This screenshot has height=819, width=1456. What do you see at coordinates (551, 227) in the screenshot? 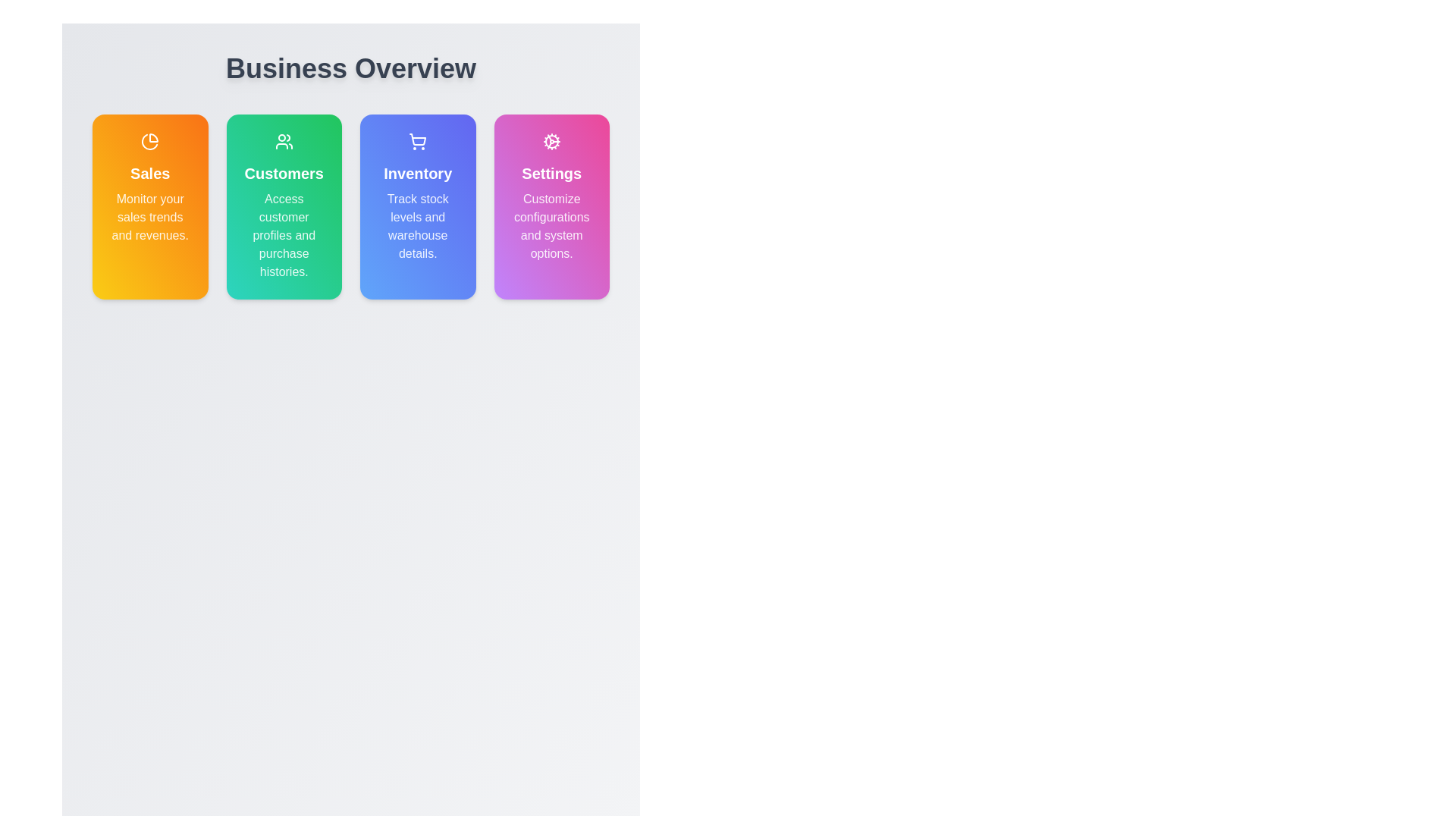
I see `descriptive text 'Customize configurations and system options' located within the fourth card in a group of four horizontal cards, centered under the heading 'Settings'` at bounding box center [551, 227].